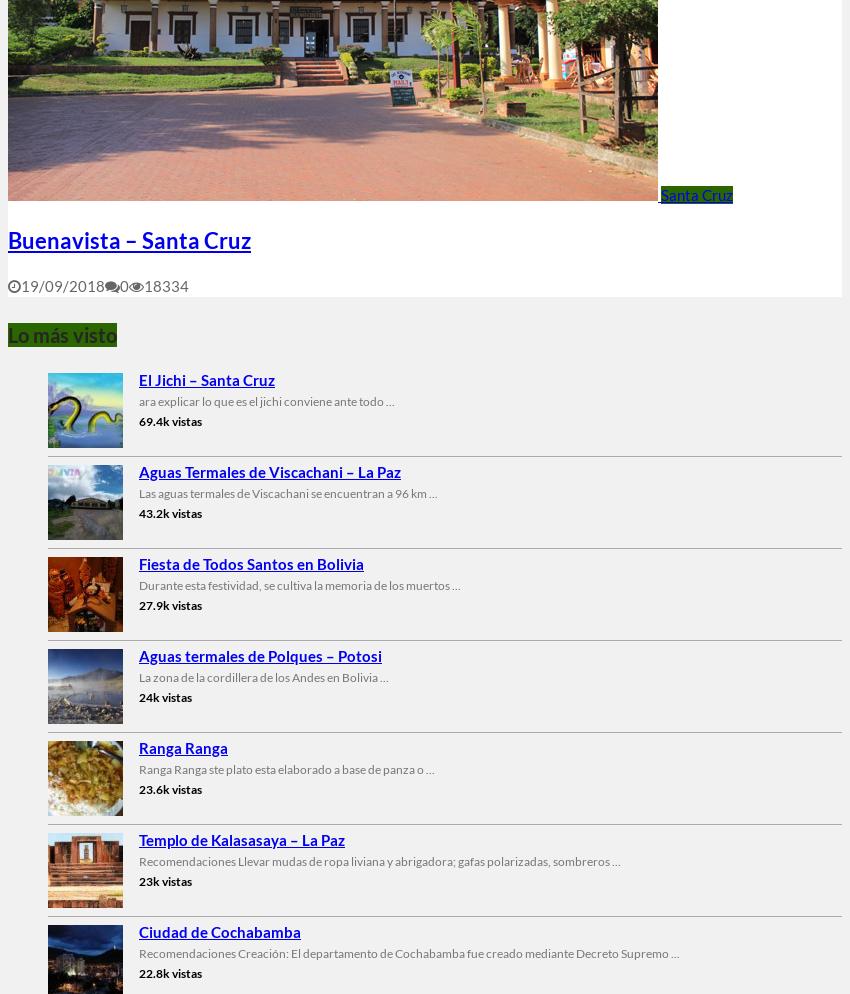  Describe the element at coordinates (165, 880) in the screenshot. I see `'23k vistas'` at that location.